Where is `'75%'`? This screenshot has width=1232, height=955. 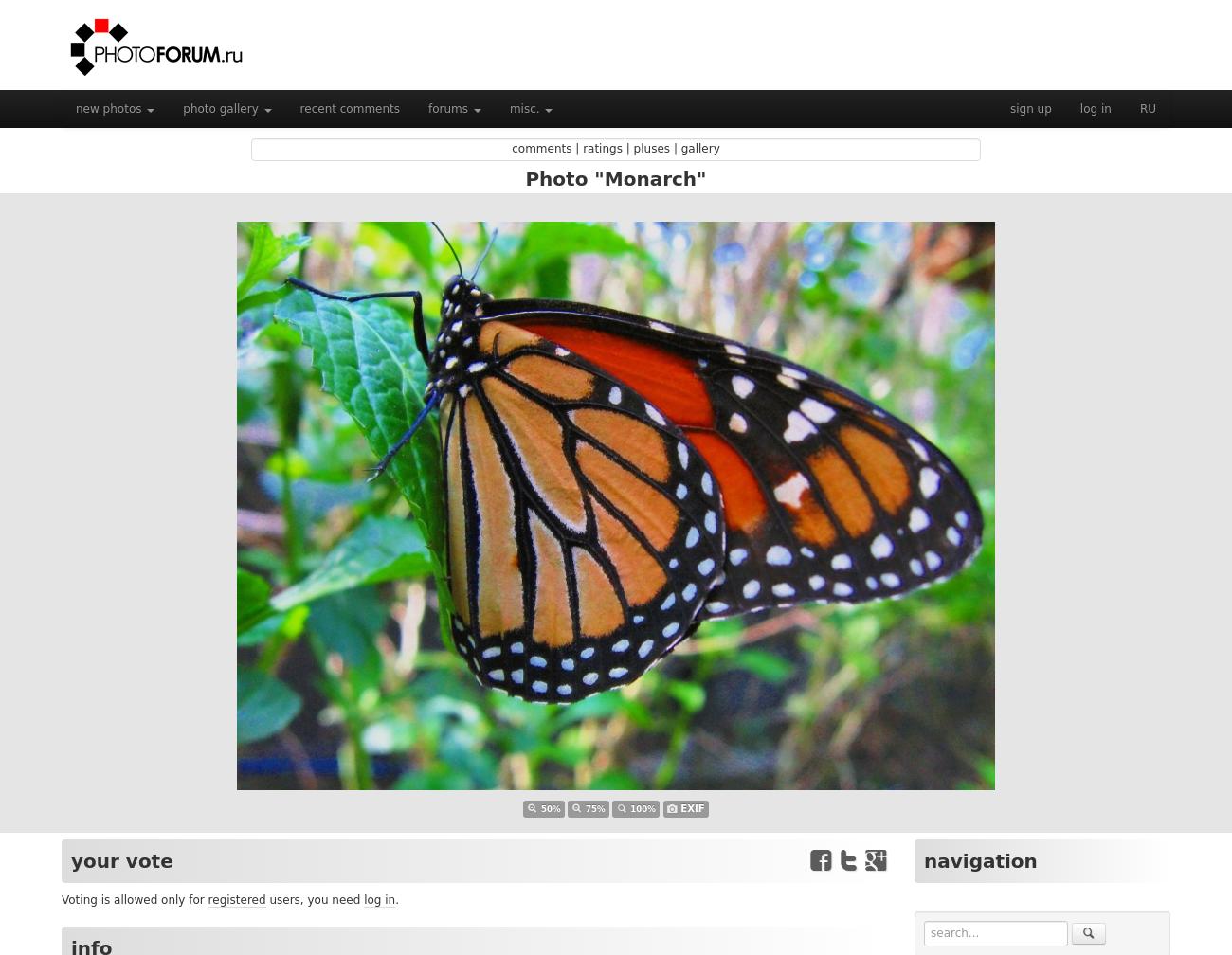
'75%' is located at coordinates (595, 808).